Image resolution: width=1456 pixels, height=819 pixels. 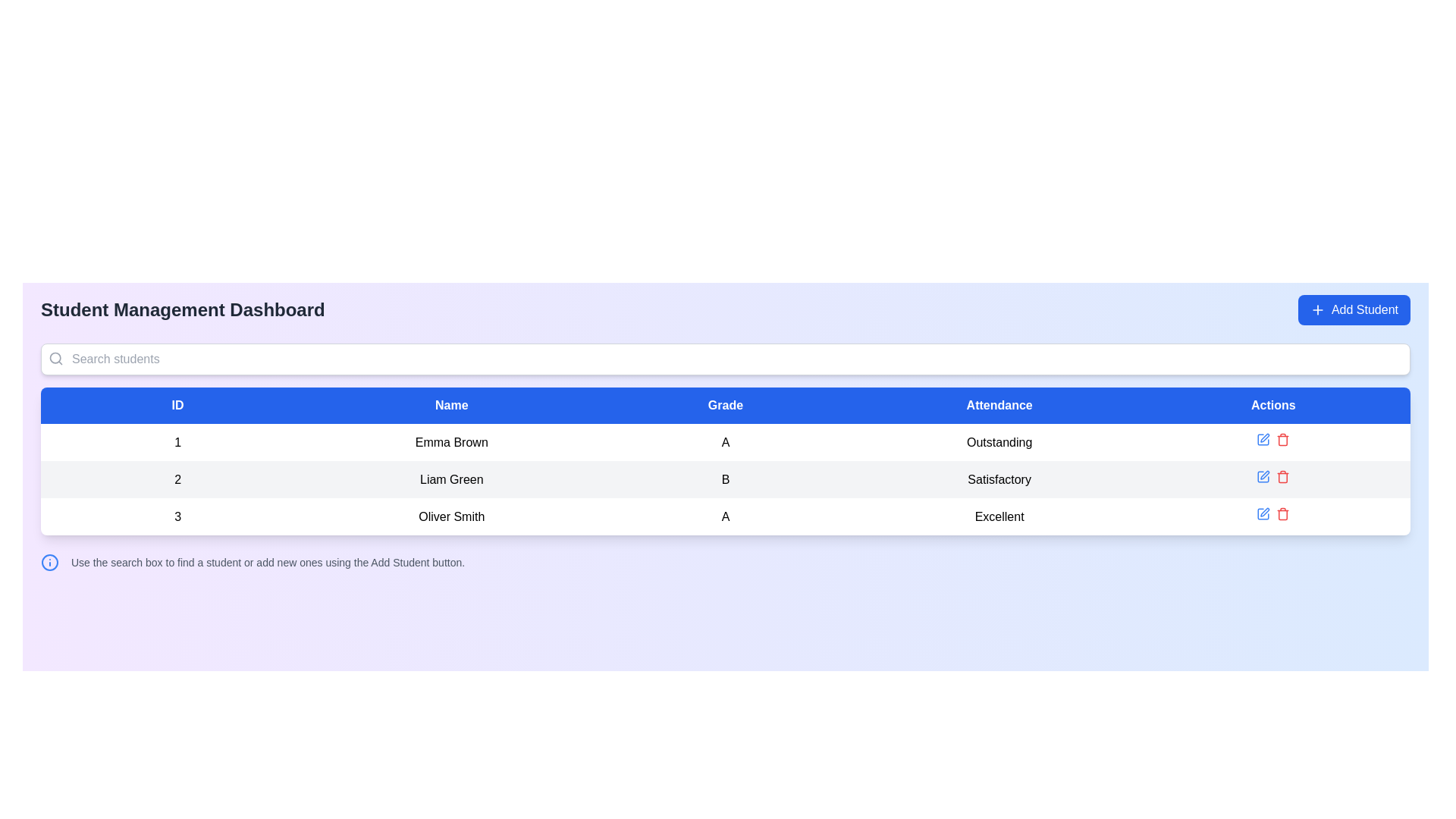 What do you see at coordinates (724, 562) in the screenshot?
I see `the Informational Banner located at the bottom of the central content area of the student dashboard interface` at bounding box center [724, 562].